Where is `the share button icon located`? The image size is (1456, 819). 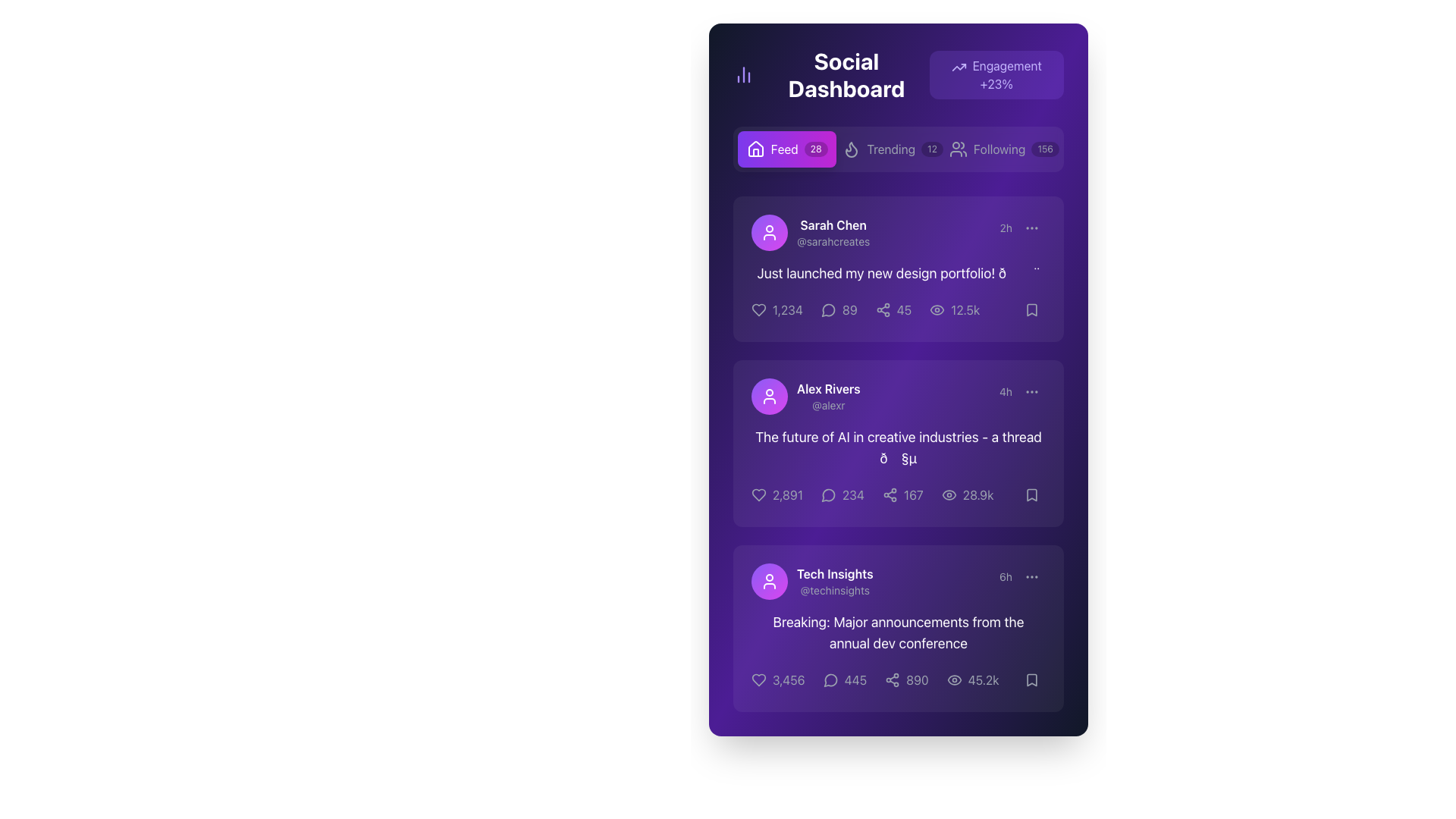 the share button icon located is located at coordinates (890, 494).